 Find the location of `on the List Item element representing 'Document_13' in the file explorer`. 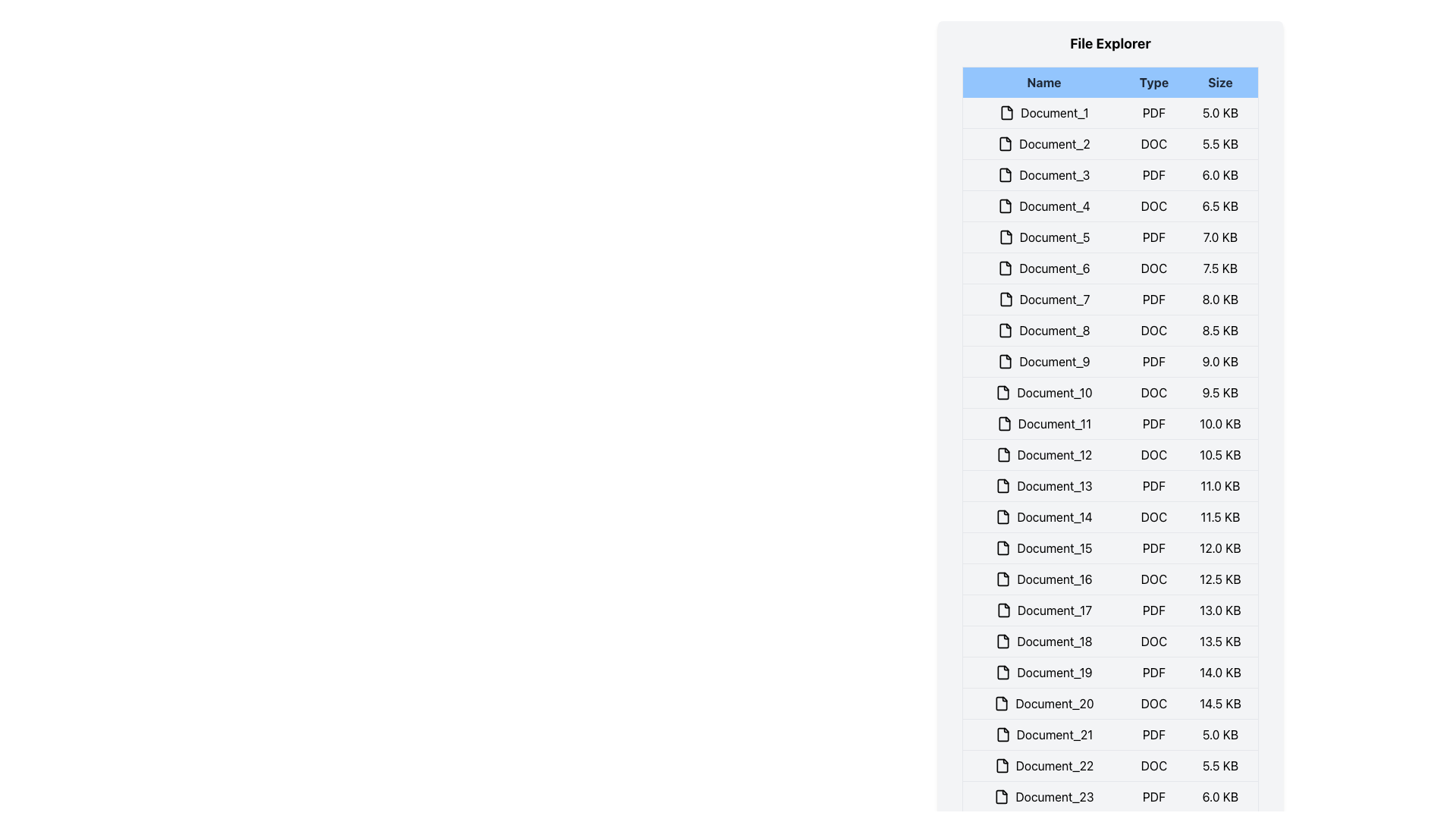

on the List Item element representing 'Document_13' in the file explorer is located at coordinates (1110, 485).